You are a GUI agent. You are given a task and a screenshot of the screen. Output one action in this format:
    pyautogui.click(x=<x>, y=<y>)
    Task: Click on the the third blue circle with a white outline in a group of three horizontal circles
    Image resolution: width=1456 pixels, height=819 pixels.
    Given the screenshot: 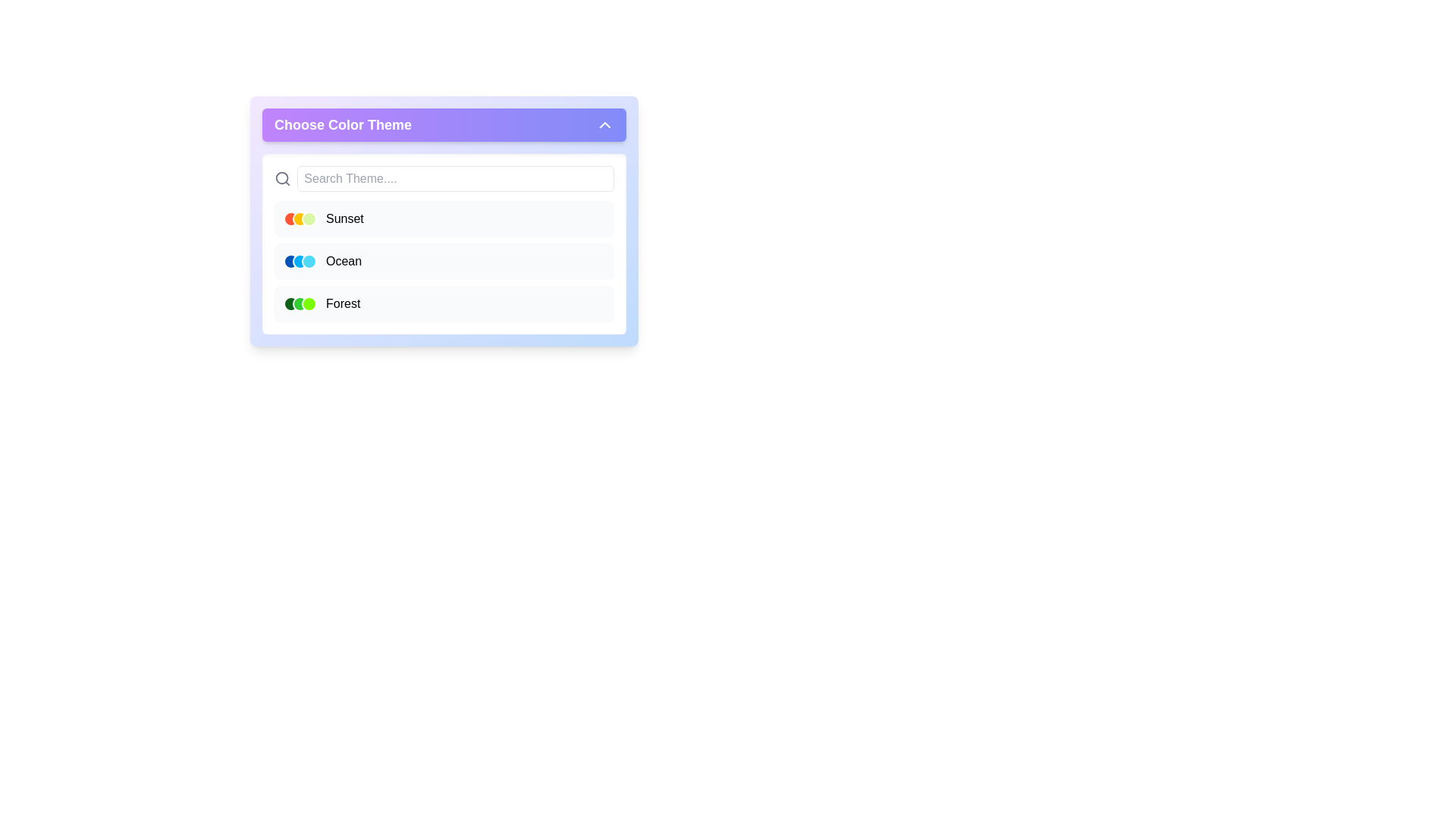 What is the action you would take?
    pyautogui.click(x=309, y=260)
    